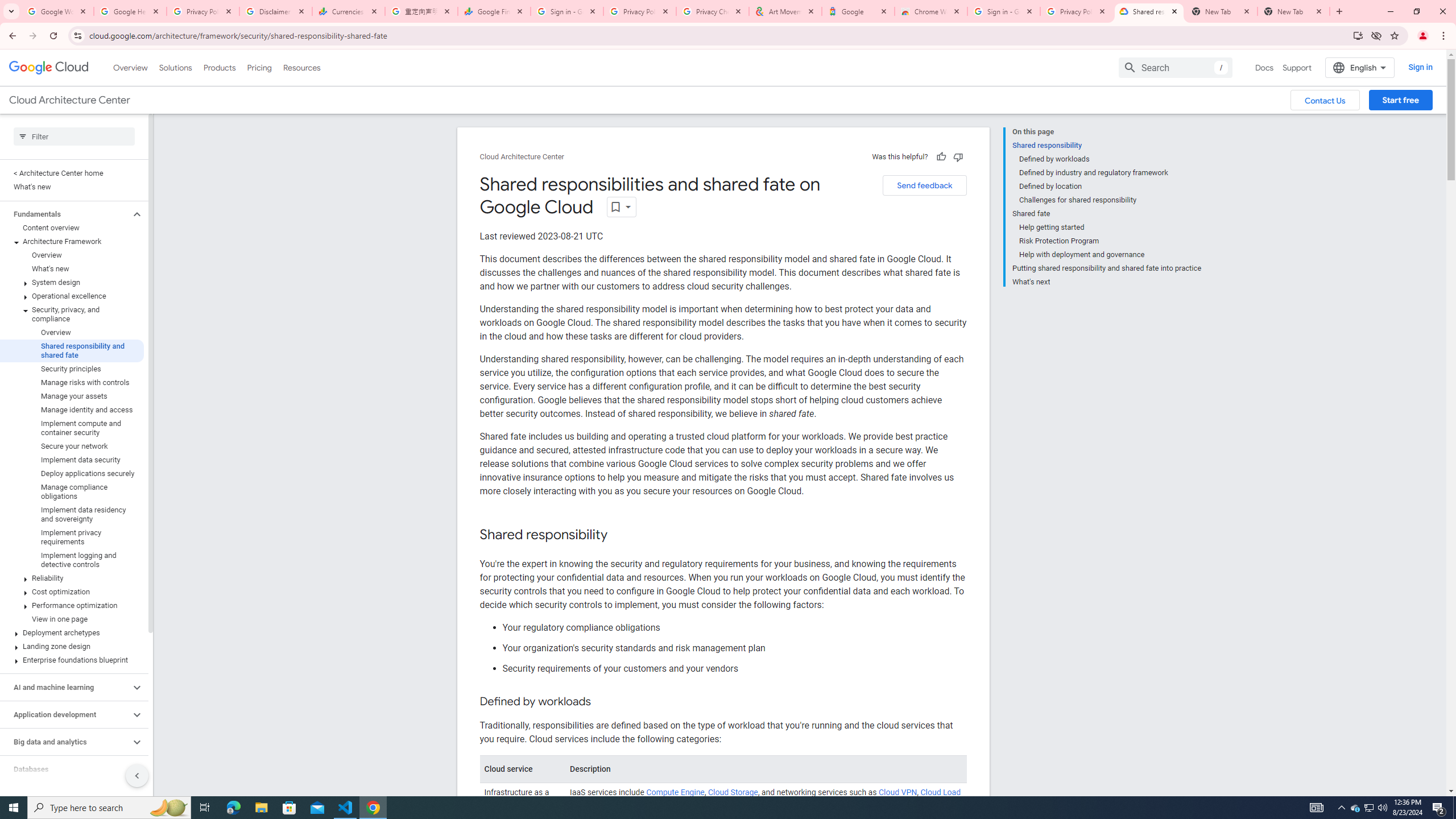  Describe the element at coordinates (957, 156) in the screenshot. I see `'Not helpful'` at that location.